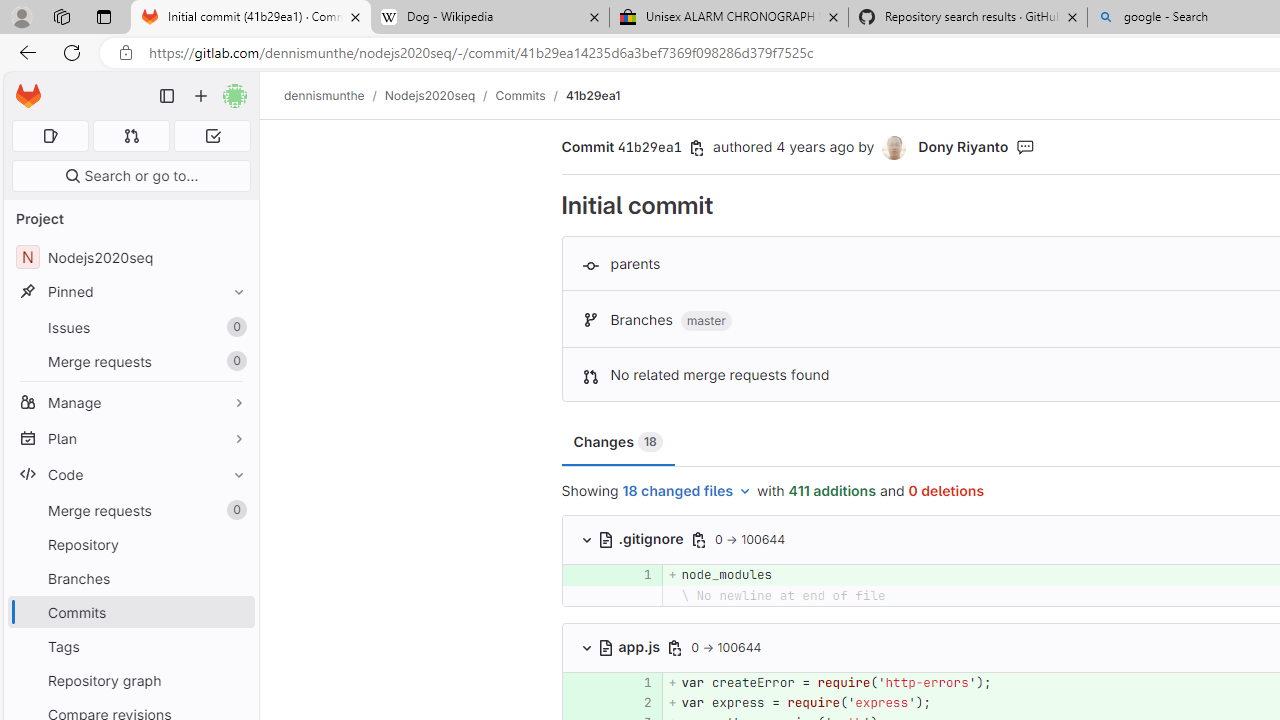 The image size is (1280, 720). What do you see at coordinates (895, 147) in the screenshot?
I see `'Dony Riyanto'` at bounding box center [895, 147].